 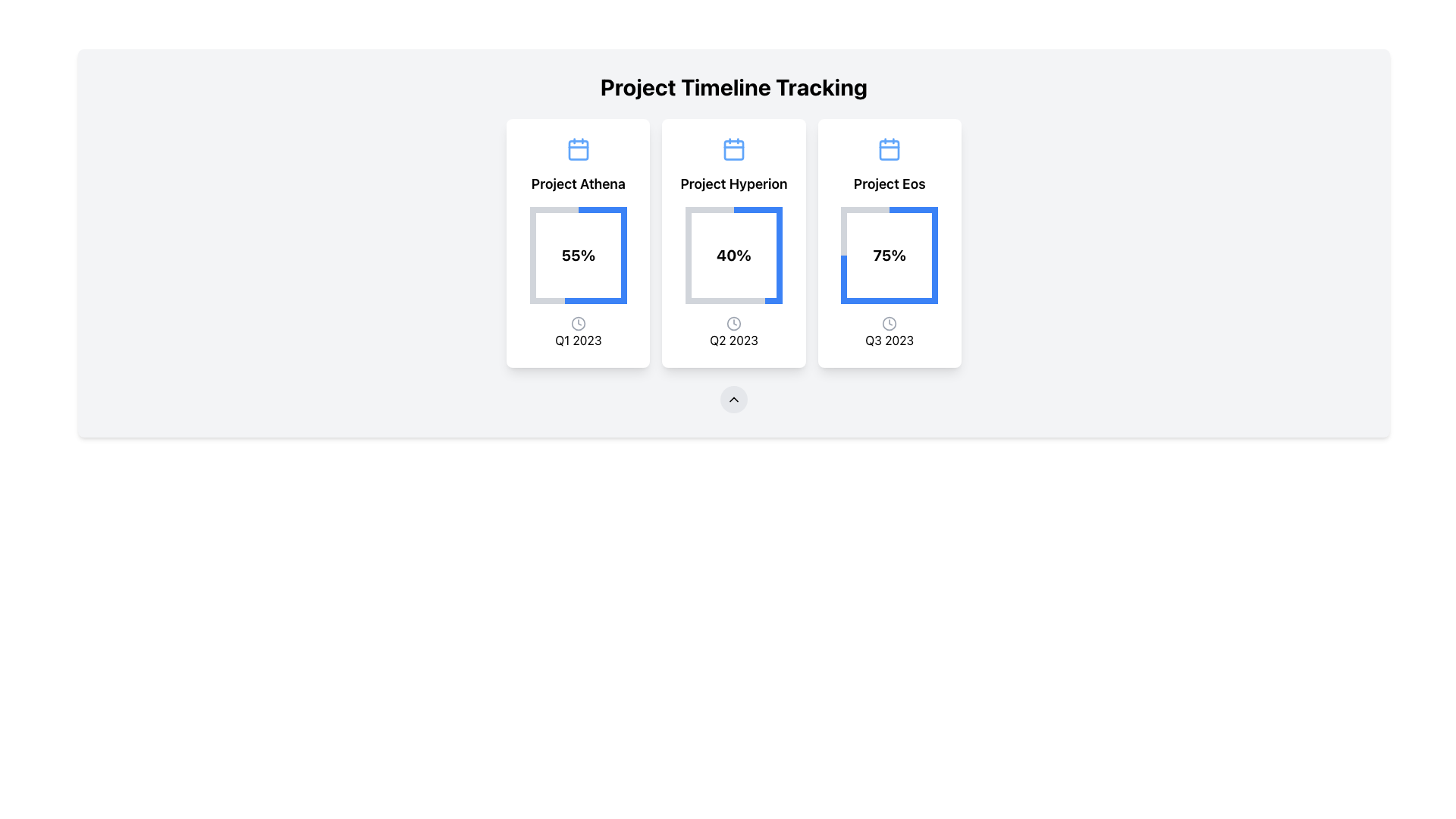 I want to click on the static text content displaying the completion percentage of the 'Project Athena' task, located in the center of the circular progress indicator within the middle card, so click(x=577, y=254).